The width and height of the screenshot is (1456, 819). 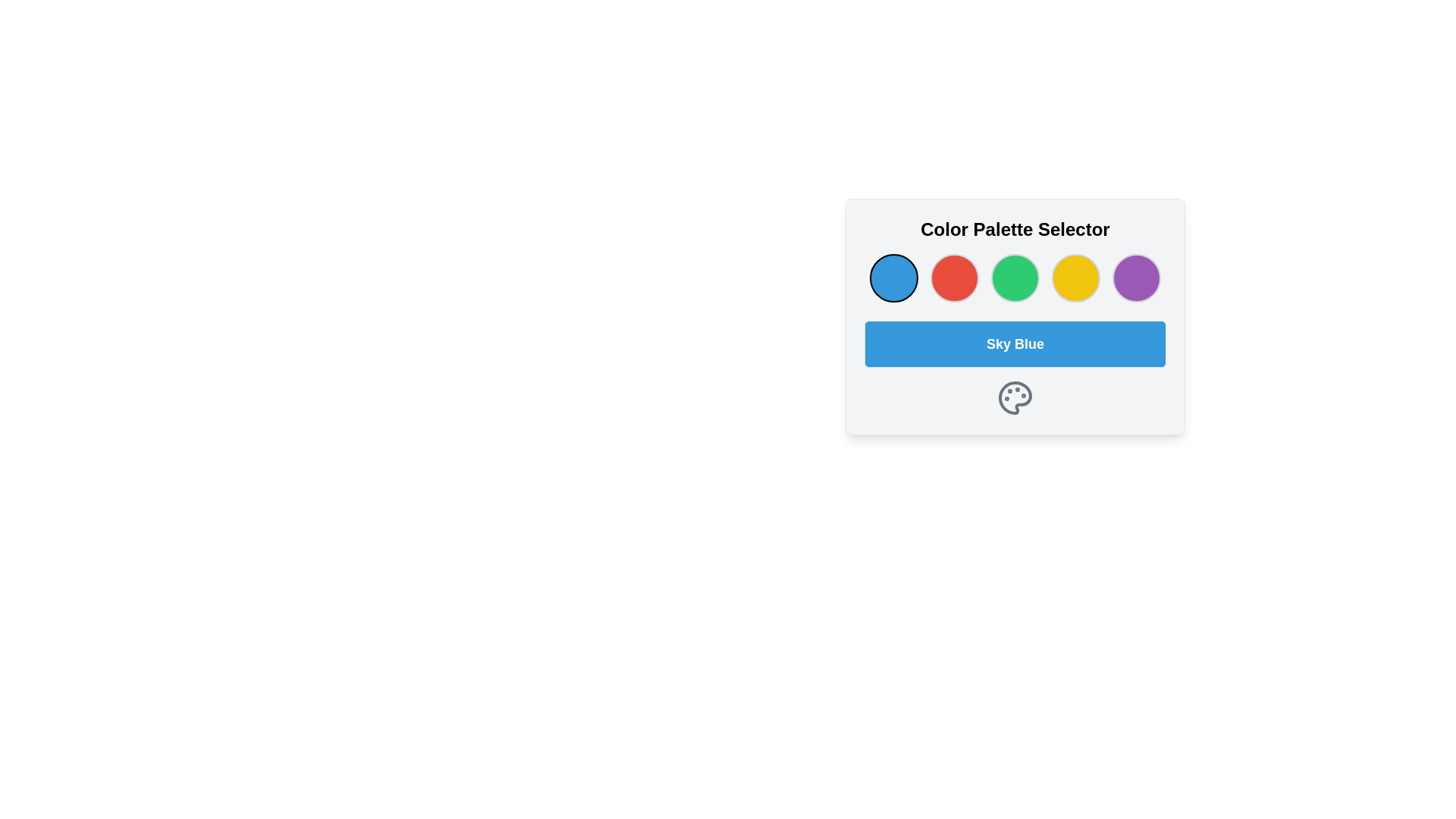 I want to click on the artist's palette icon located below the 'Sky Blue' button, so click(x=1015, y=397).